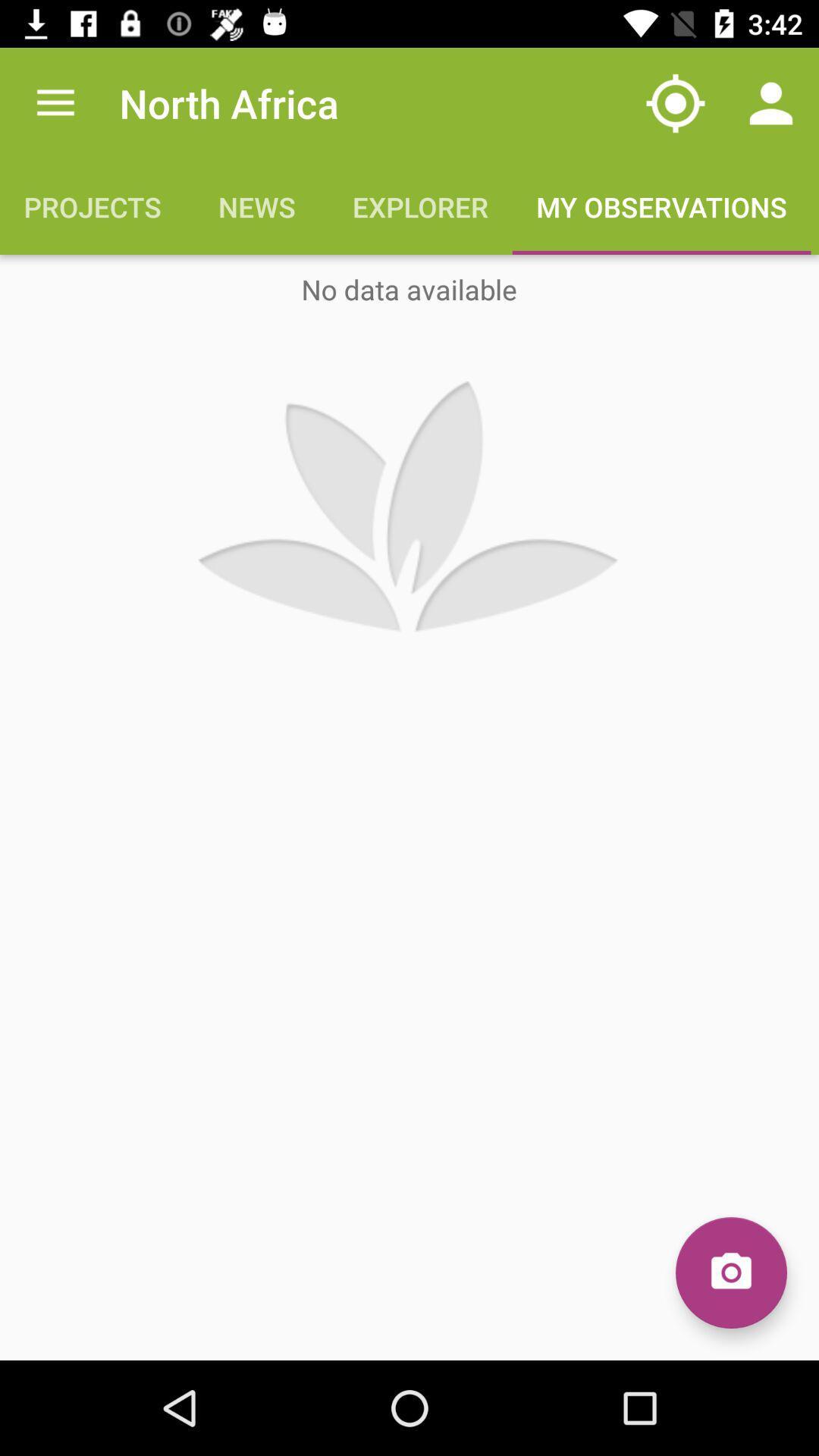 The width and height of the screenshot is (819, 1456). What do you see at coordinates (55, 102) in the screenshot?
I see `the item next to north africa app` at bounding box center [55, 102].